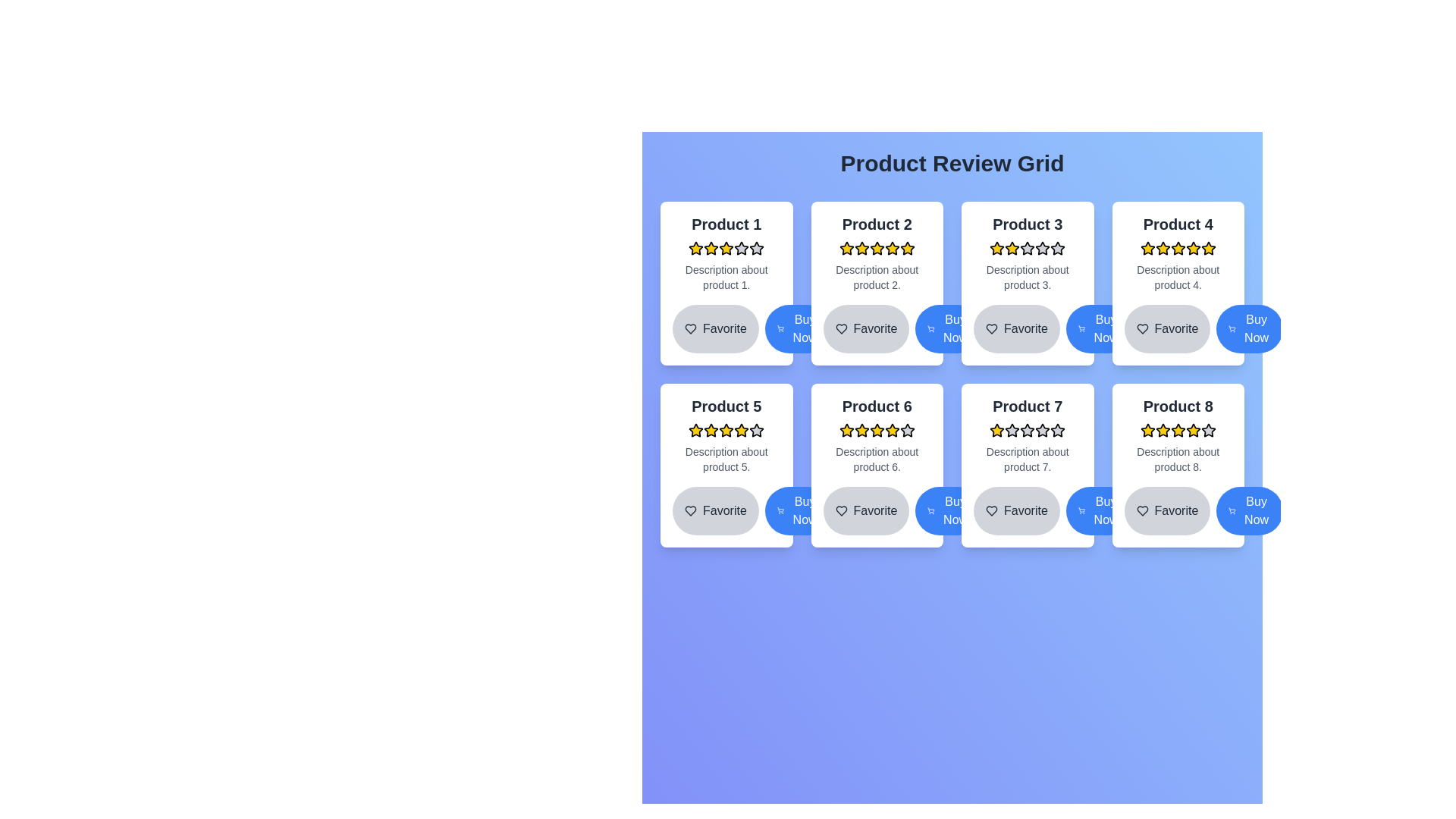  What do you see at coordinates (742, 247) in the screenshot?
I see `the second star icon in the first product rating row of the grid for 'Product 1'` at bounding box center [742, 247].